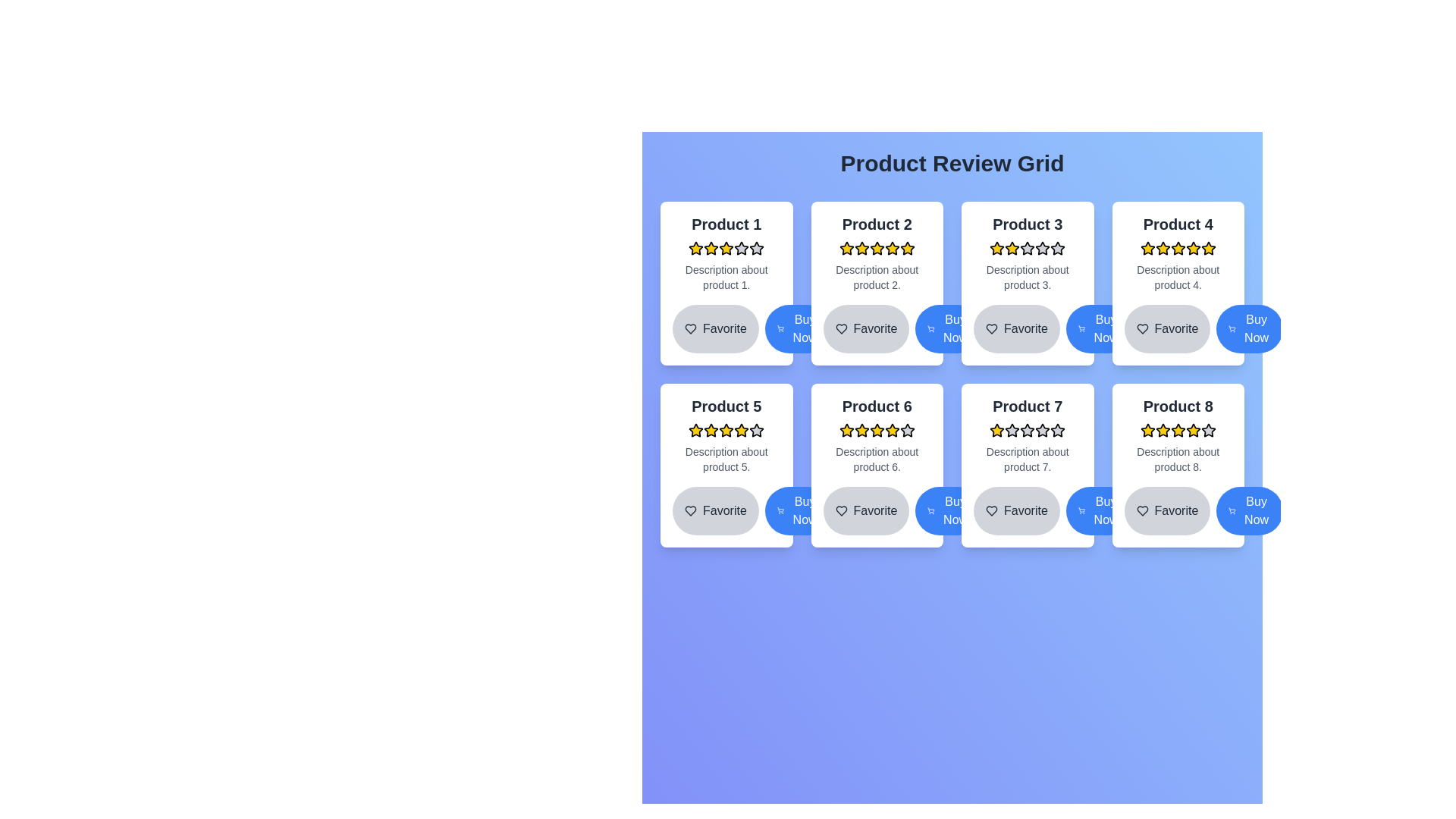  What do you see at coordinates (742, 247) in the screenshot?
I see `the second star icon in the first product rating row of the grid for 'Product 1'` at bounding box center [742, 247].